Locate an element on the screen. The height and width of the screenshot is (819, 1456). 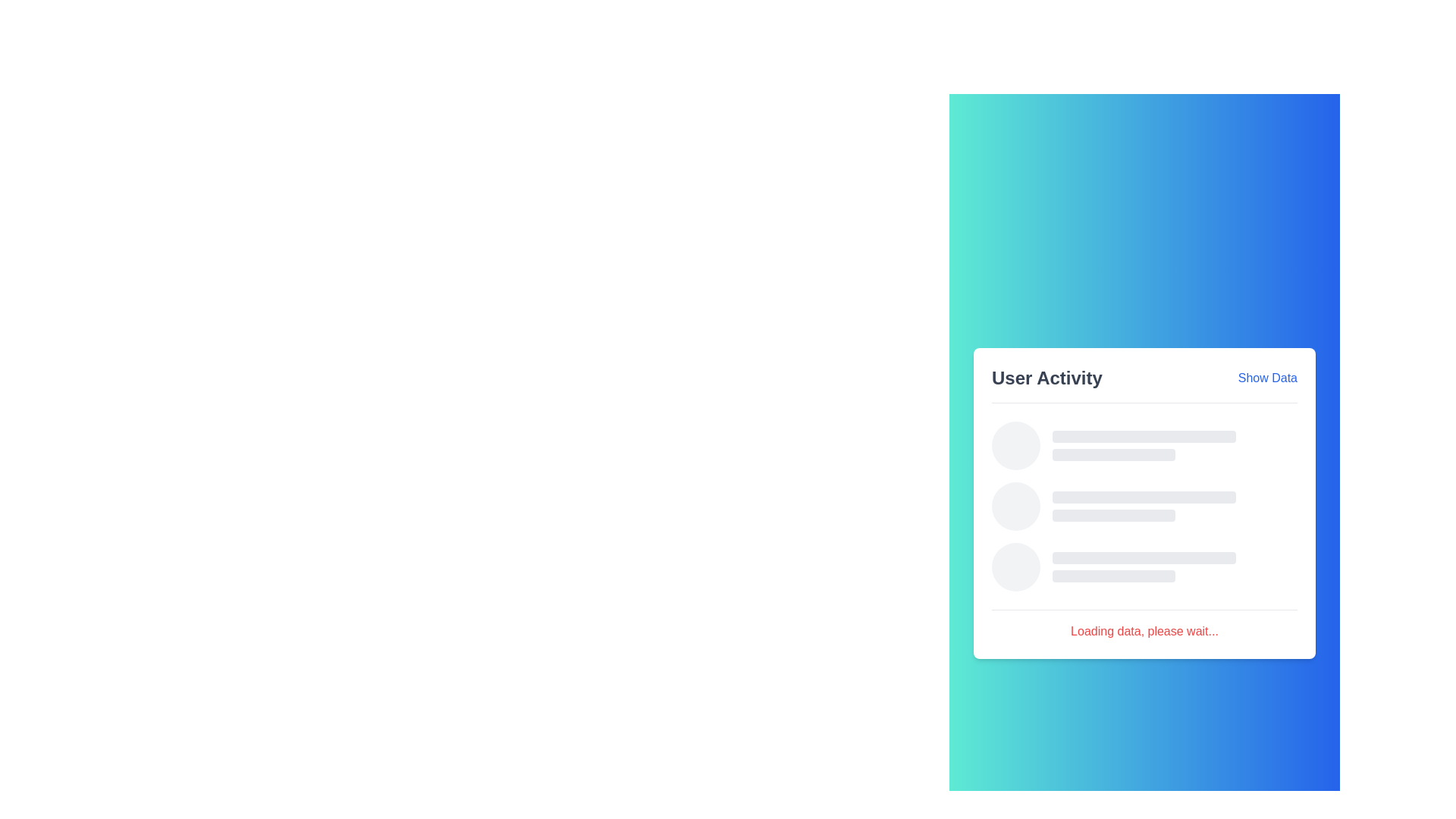
the second horizontal bar with rounded edges, which is medium gray and located below another similar bar in the 'User Activity' card-like UI component is located at coordinates (1113, 576).